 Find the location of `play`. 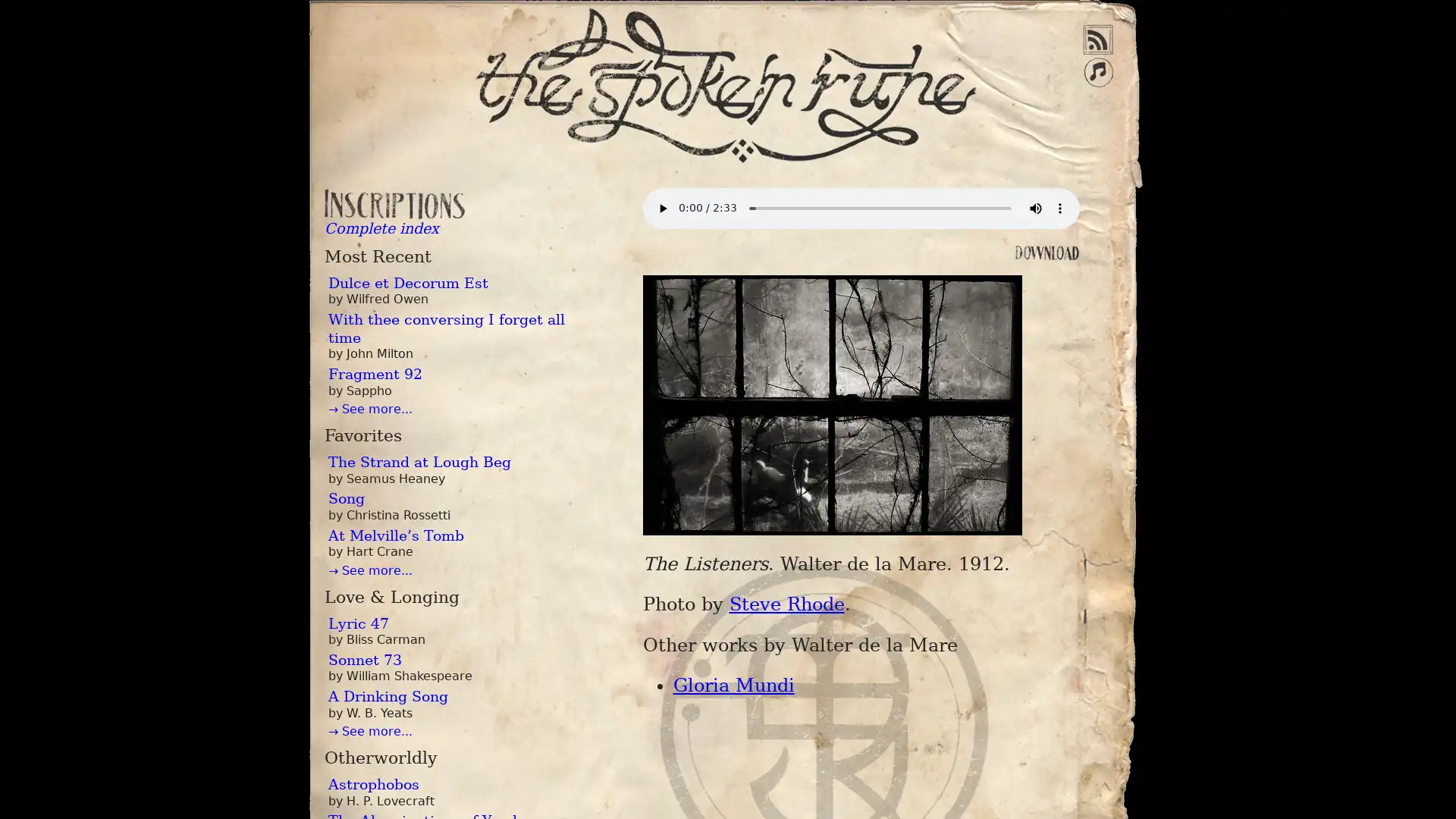

play is located at coordinates (662, 208).